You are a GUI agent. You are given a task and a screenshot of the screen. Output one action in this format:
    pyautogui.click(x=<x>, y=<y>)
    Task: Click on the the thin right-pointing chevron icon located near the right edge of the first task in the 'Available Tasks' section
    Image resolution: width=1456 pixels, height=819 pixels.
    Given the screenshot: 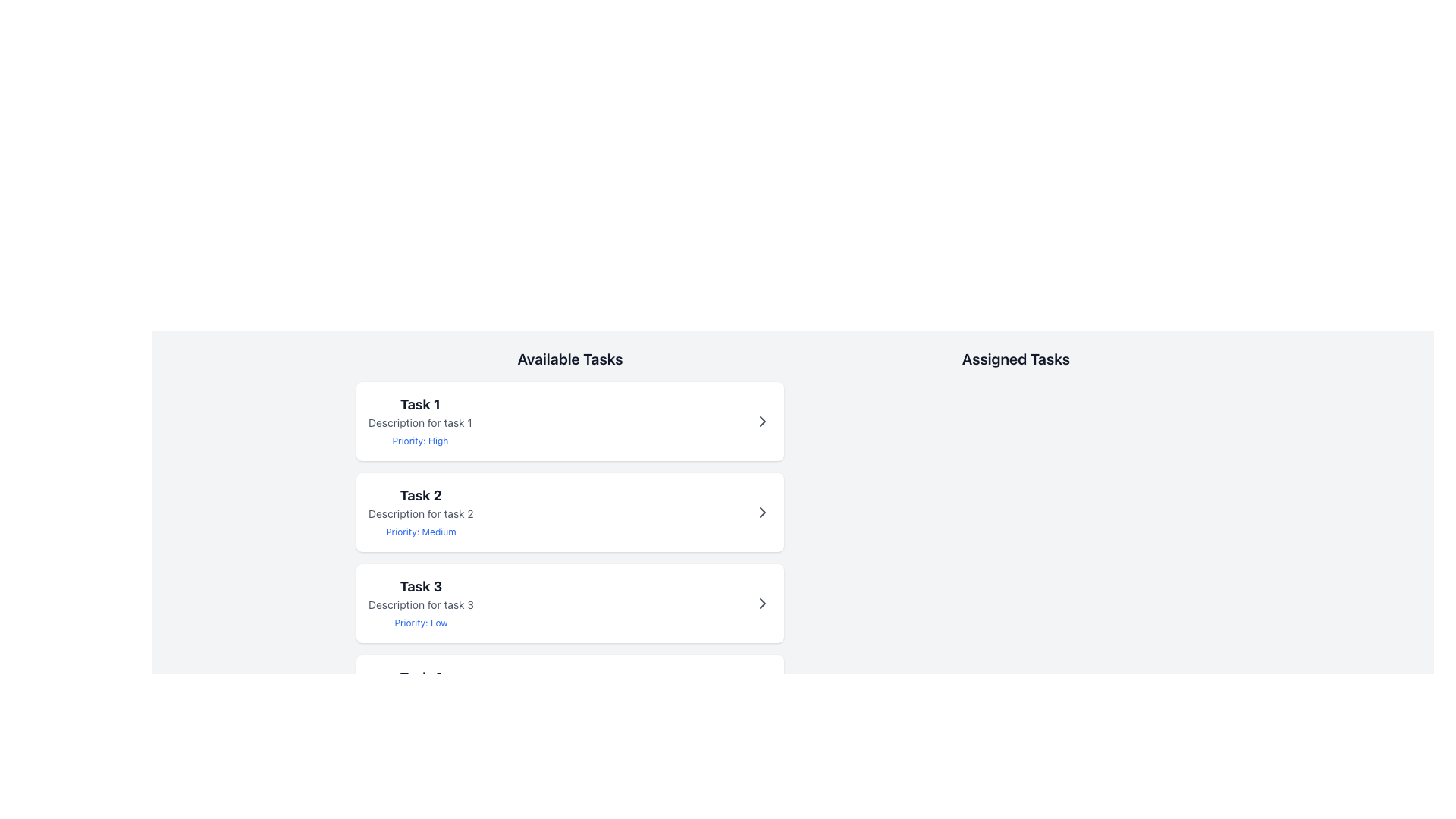 What is the action you would take?
    pyautogui.click(x=763, y=421)
    